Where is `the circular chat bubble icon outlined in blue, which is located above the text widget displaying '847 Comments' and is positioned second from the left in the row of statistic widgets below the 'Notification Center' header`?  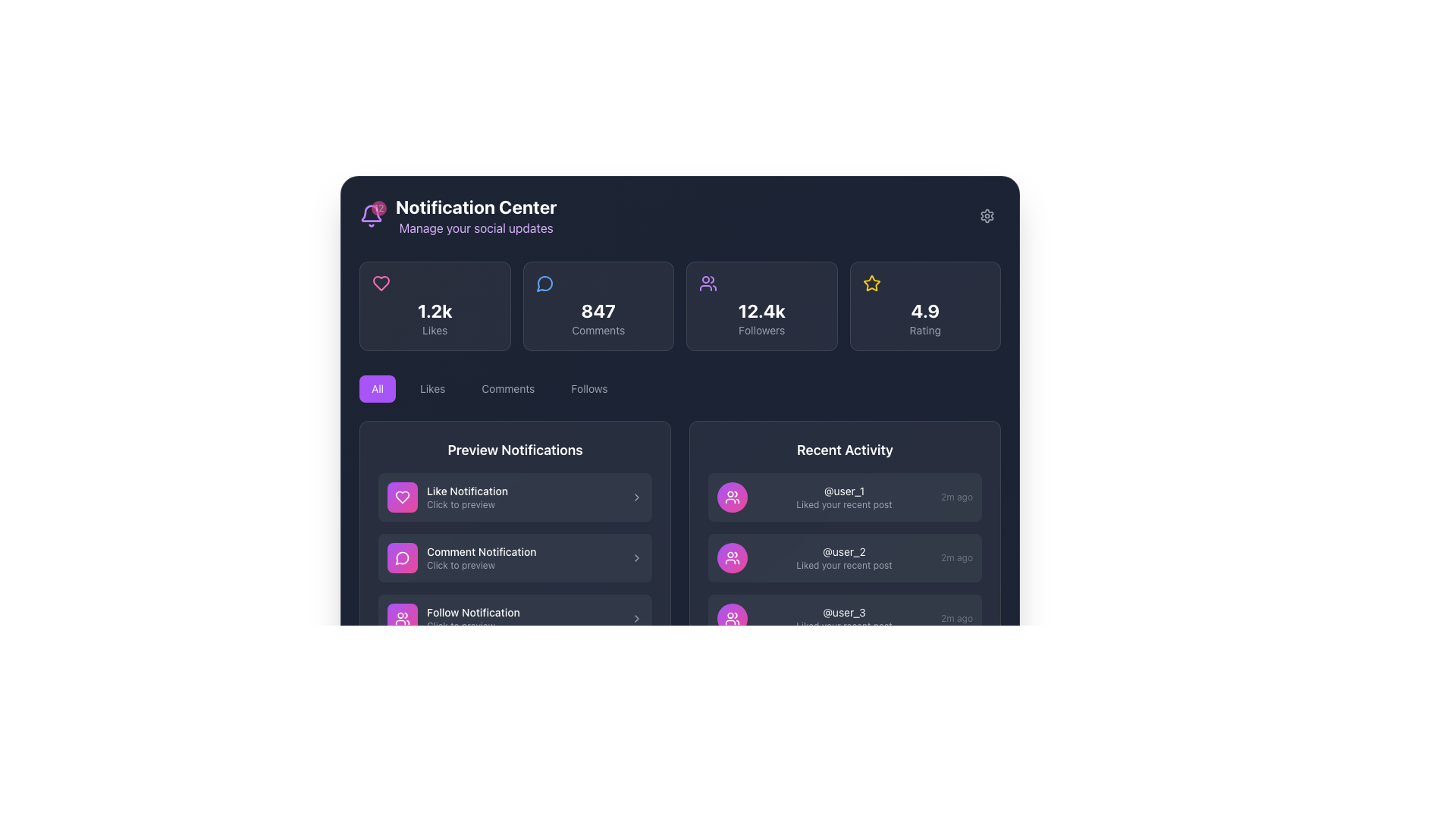
the circular chat bubble icon outlined in blue, which is located above the text widget displaying '847 Comments' and is positioned second from the left in the row of statistic widgets below the 'Notification Center' header is located at coordinates (544, 284).